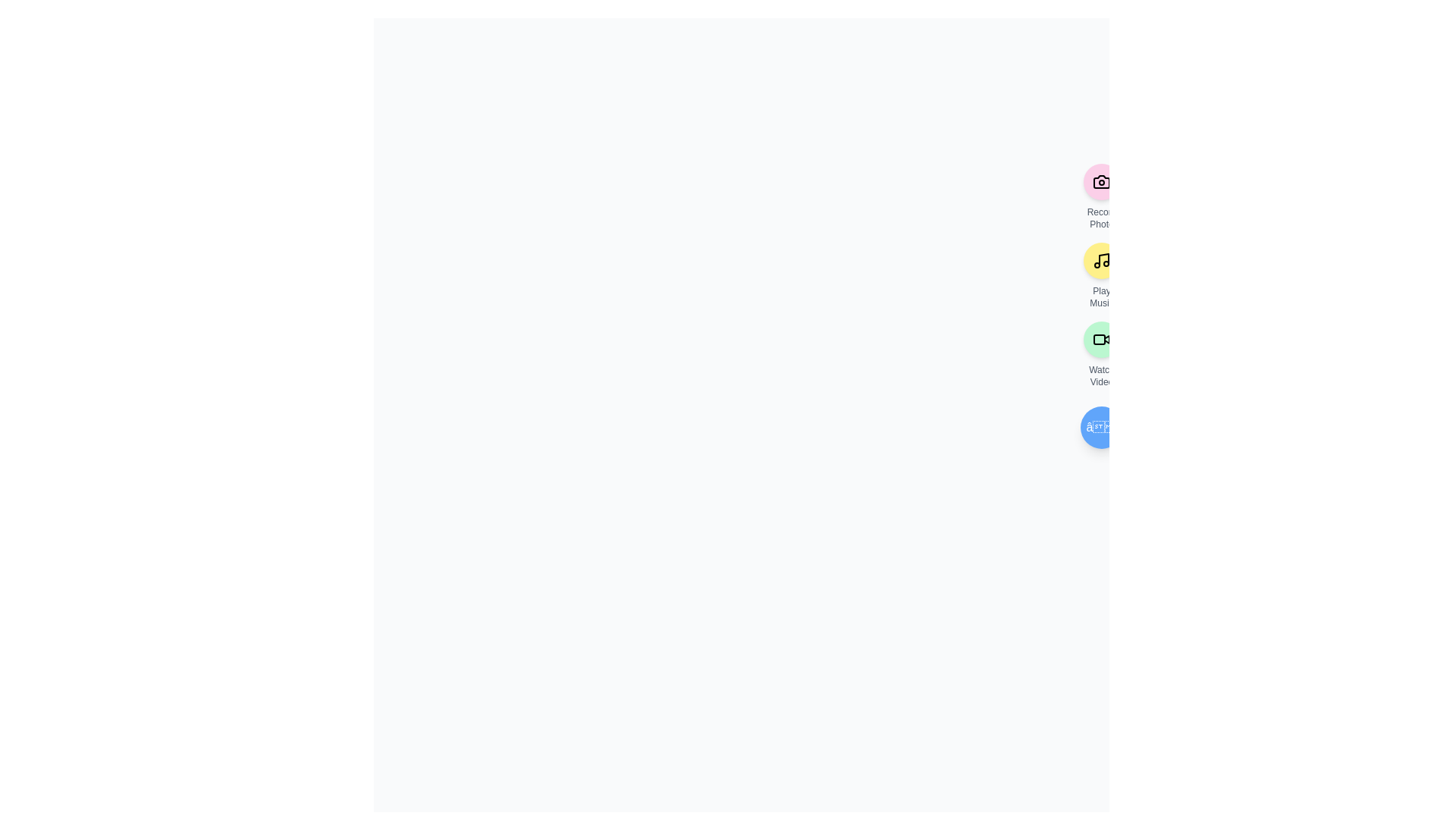 The image size is (1456, 819). Describe the element at coordinates (1102, 427) in the screenshot. I see `the main speed dial button to toggle its state` at that location.